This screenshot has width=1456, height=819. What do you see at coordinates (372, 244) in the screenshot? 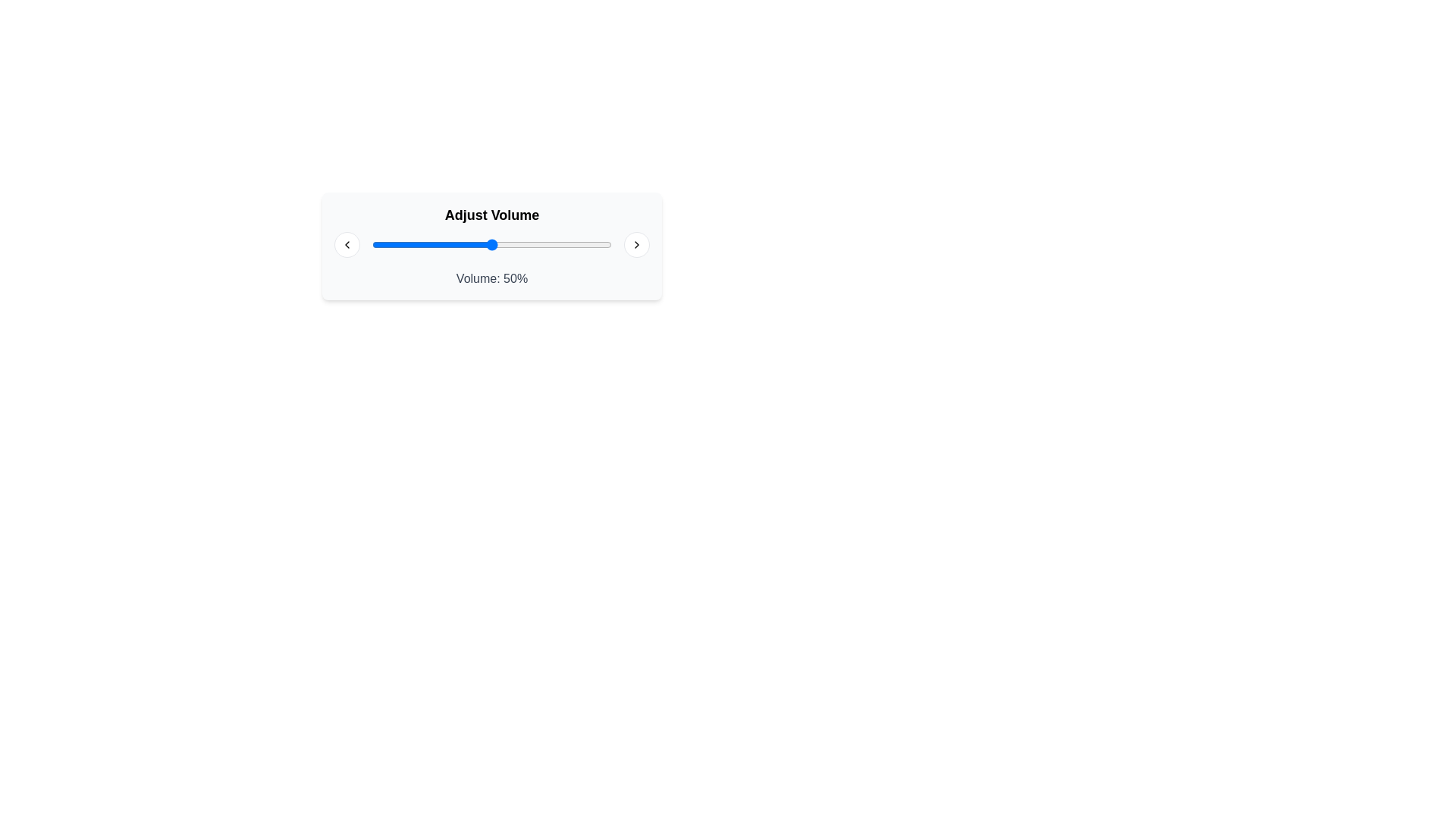
I see `the slider` at bounding box center [372, 244].